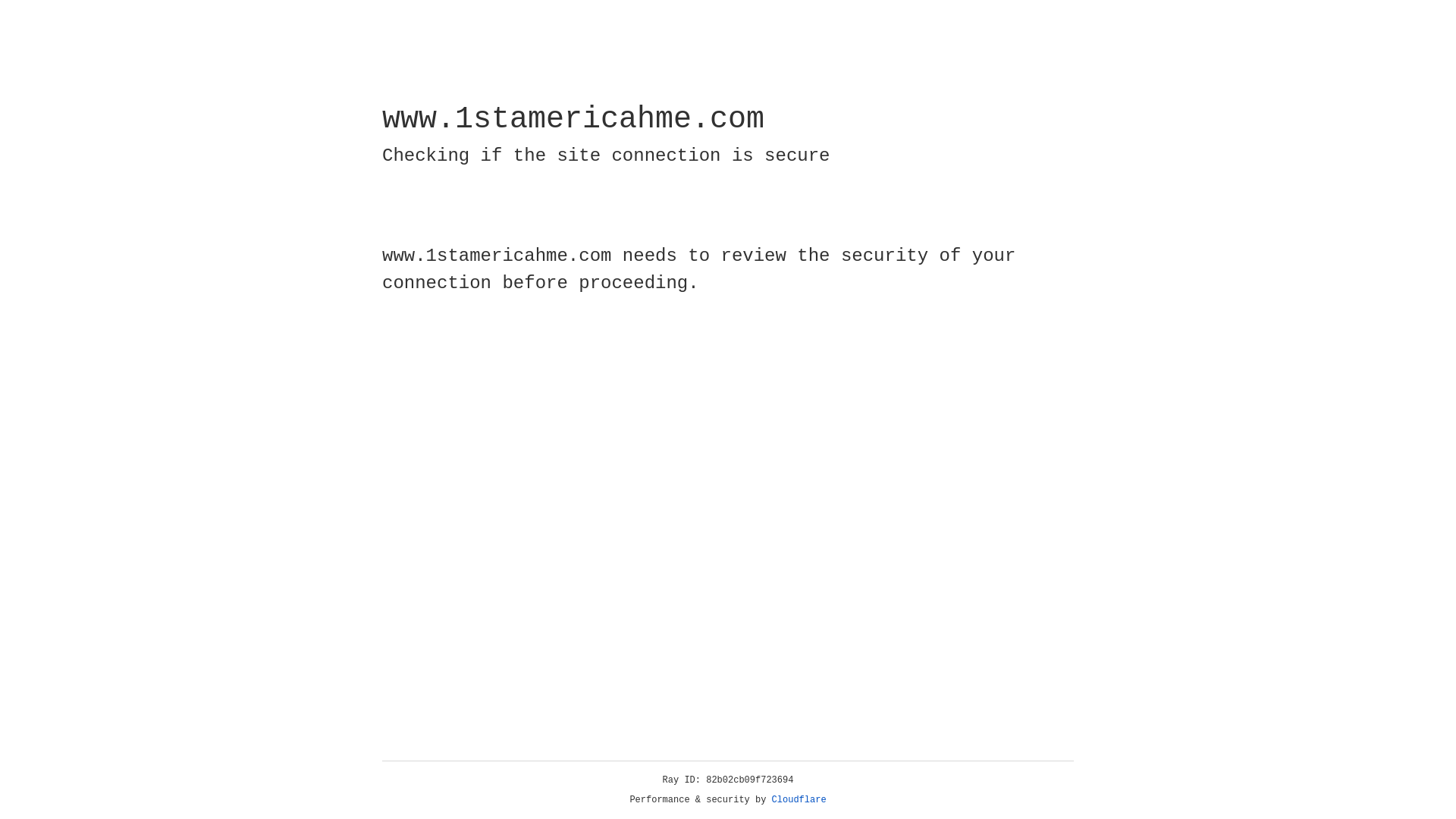  I want to click on 'Cloudflare', so click(799, 799).